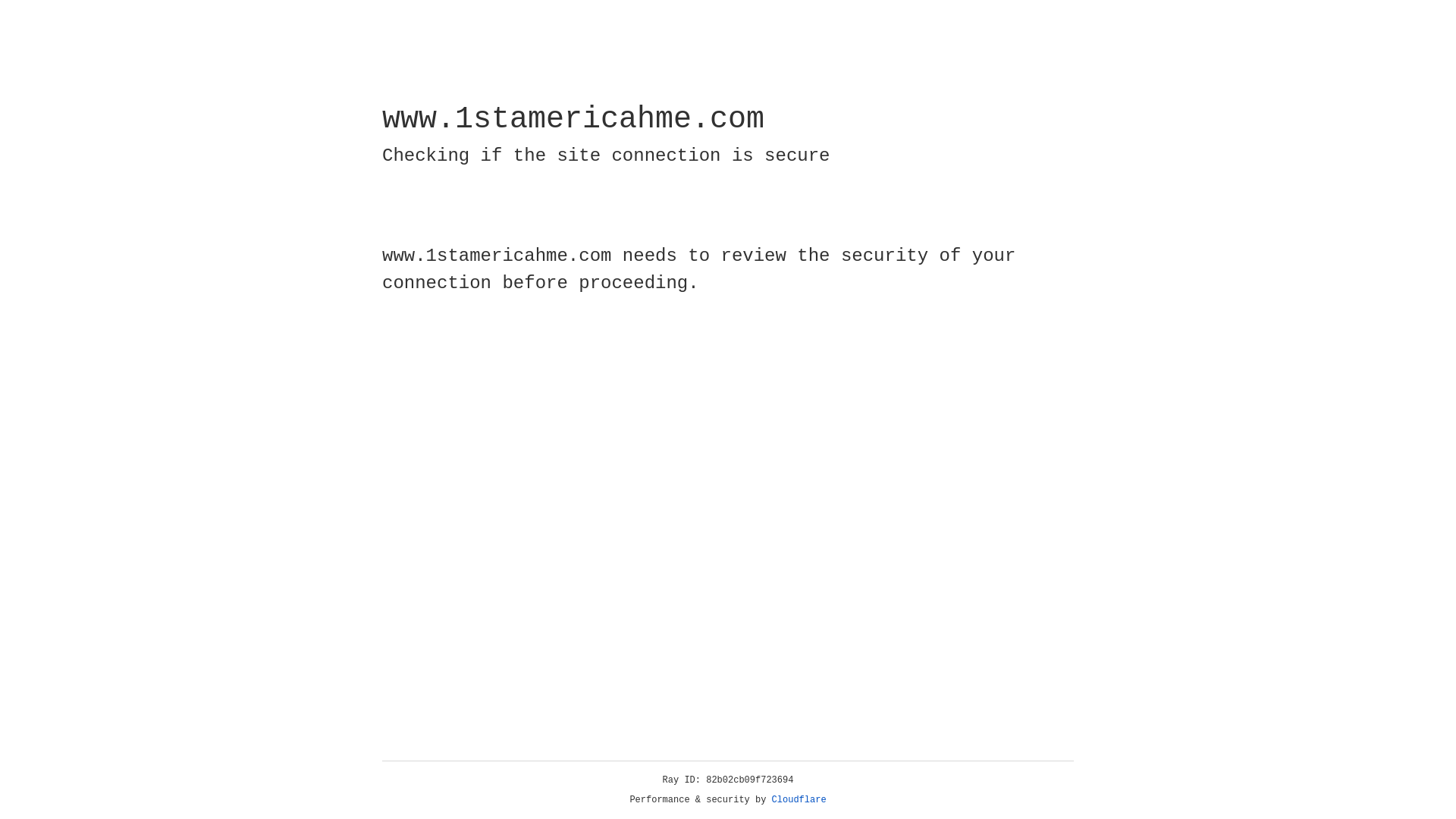  I want to click on 'Cloudflare', so click(799, 799).